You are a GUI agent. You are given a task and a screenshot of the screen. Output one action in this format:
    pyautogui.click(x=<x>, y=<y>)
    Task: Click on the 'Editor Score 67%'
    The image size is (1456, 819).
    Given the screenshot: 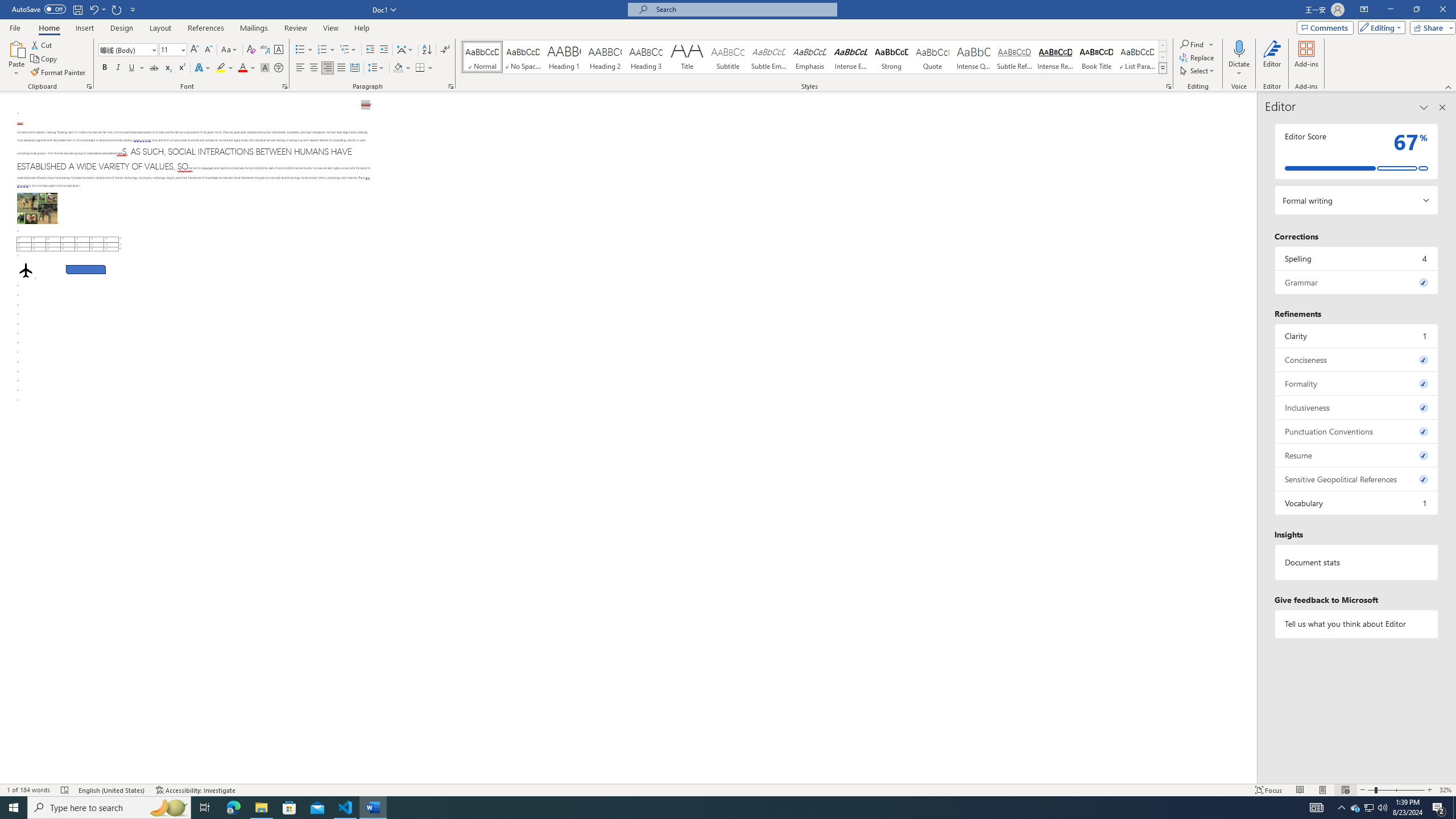 What is the action you would take?
    pyautogui.click(x=1356, y=151)
    